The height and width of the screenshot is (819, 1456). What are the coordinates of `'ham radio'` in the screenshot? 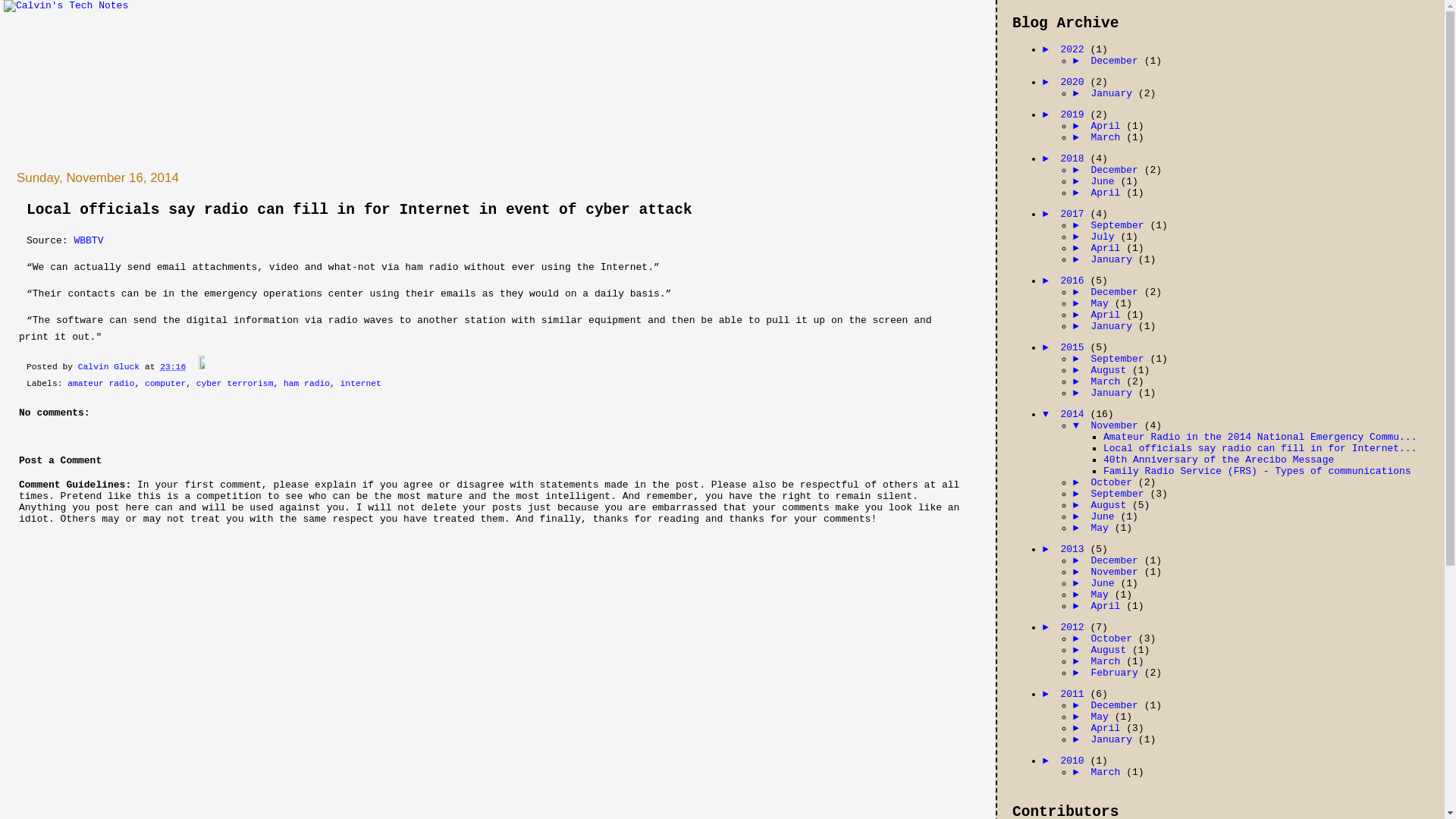 It's located at (306, 382).